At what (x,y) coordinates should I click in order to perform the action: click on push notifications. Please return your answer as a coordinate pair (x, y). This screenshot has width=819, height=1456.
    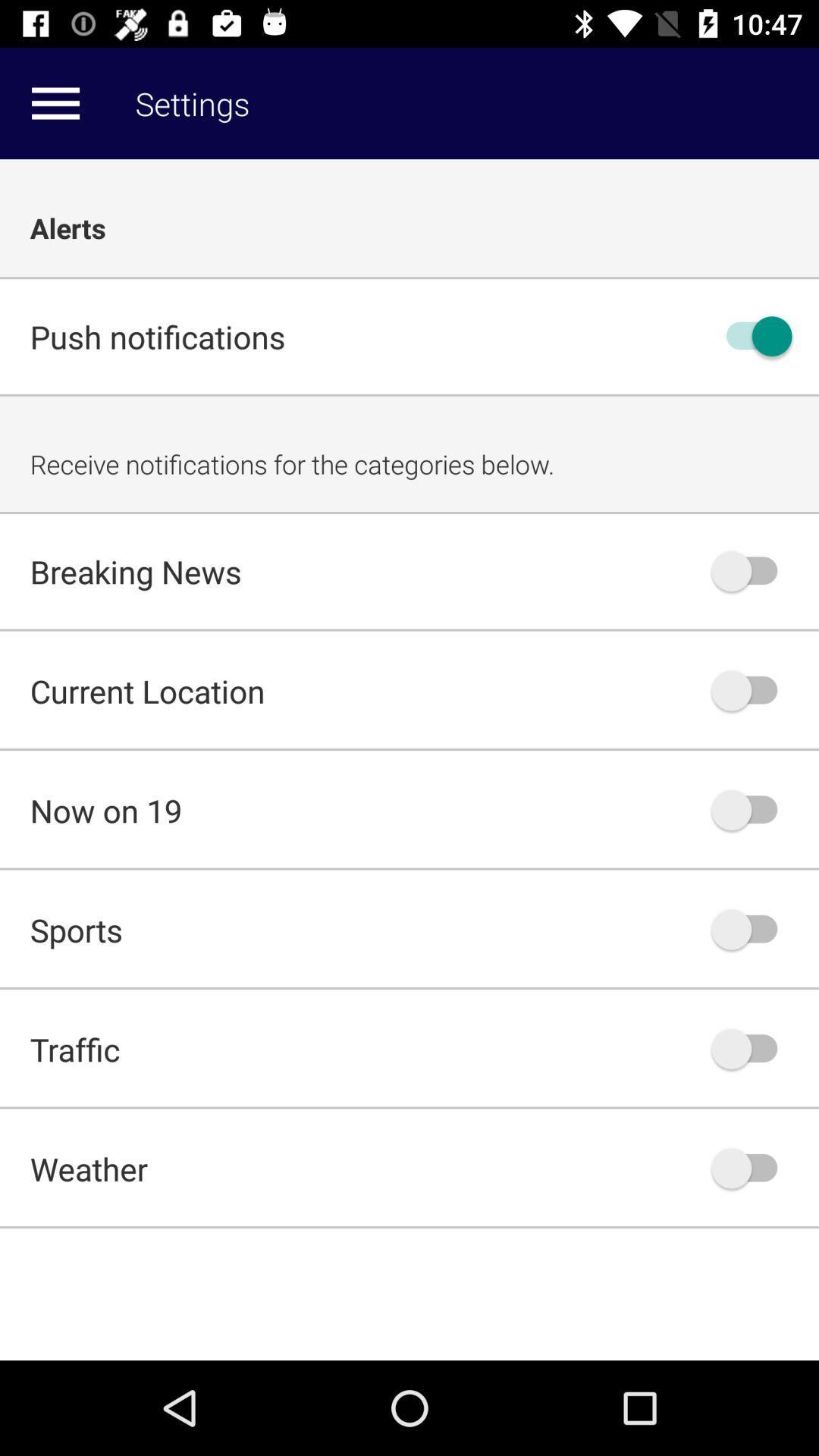
    Looking at the image, I should click on (752, 335).